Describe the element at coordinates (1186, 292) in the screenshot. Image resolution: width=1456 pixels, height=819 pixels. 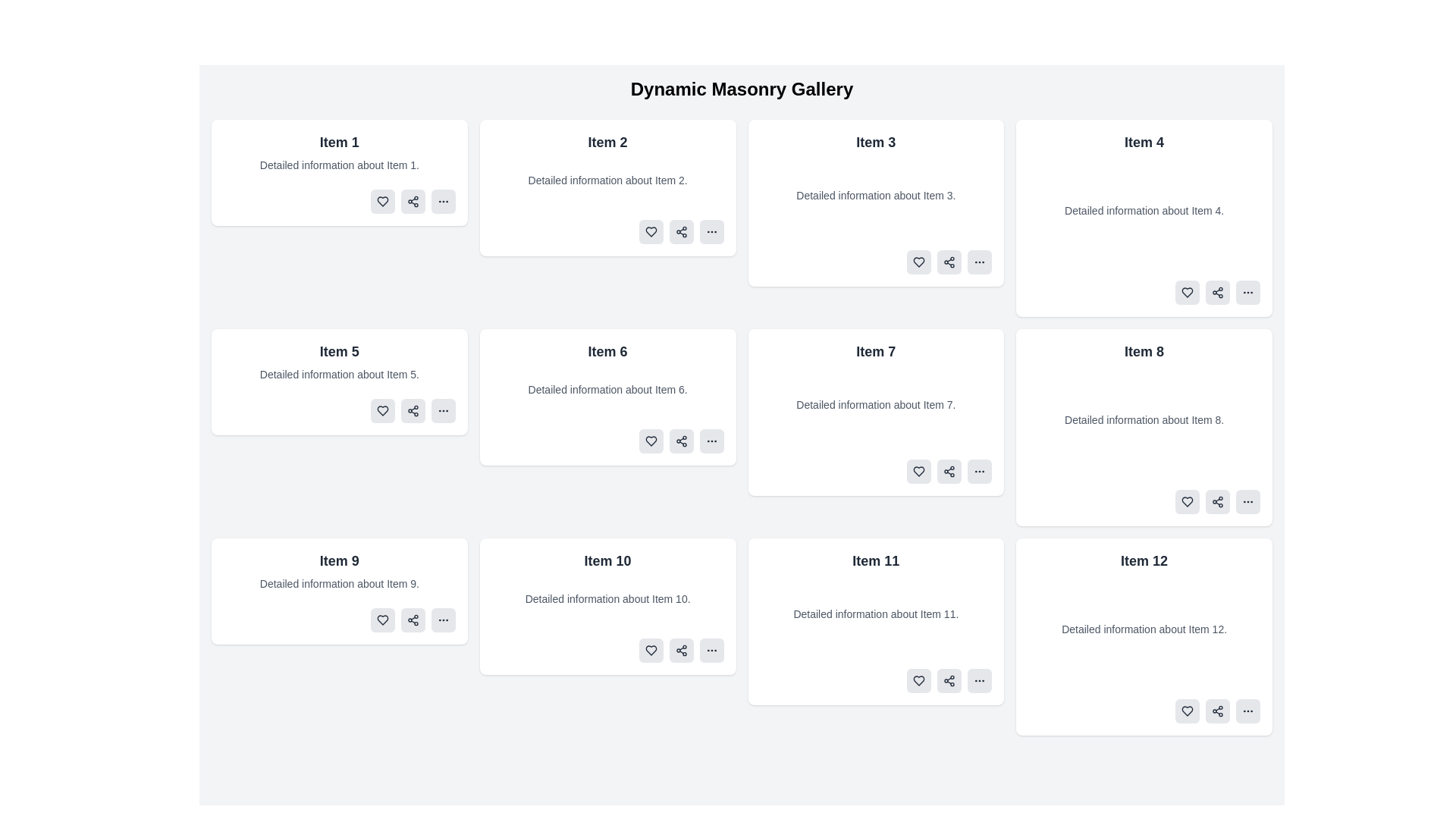
I see `the heart icon button located at the bottom-right corner of the card titled 'Item 4'` at that location.